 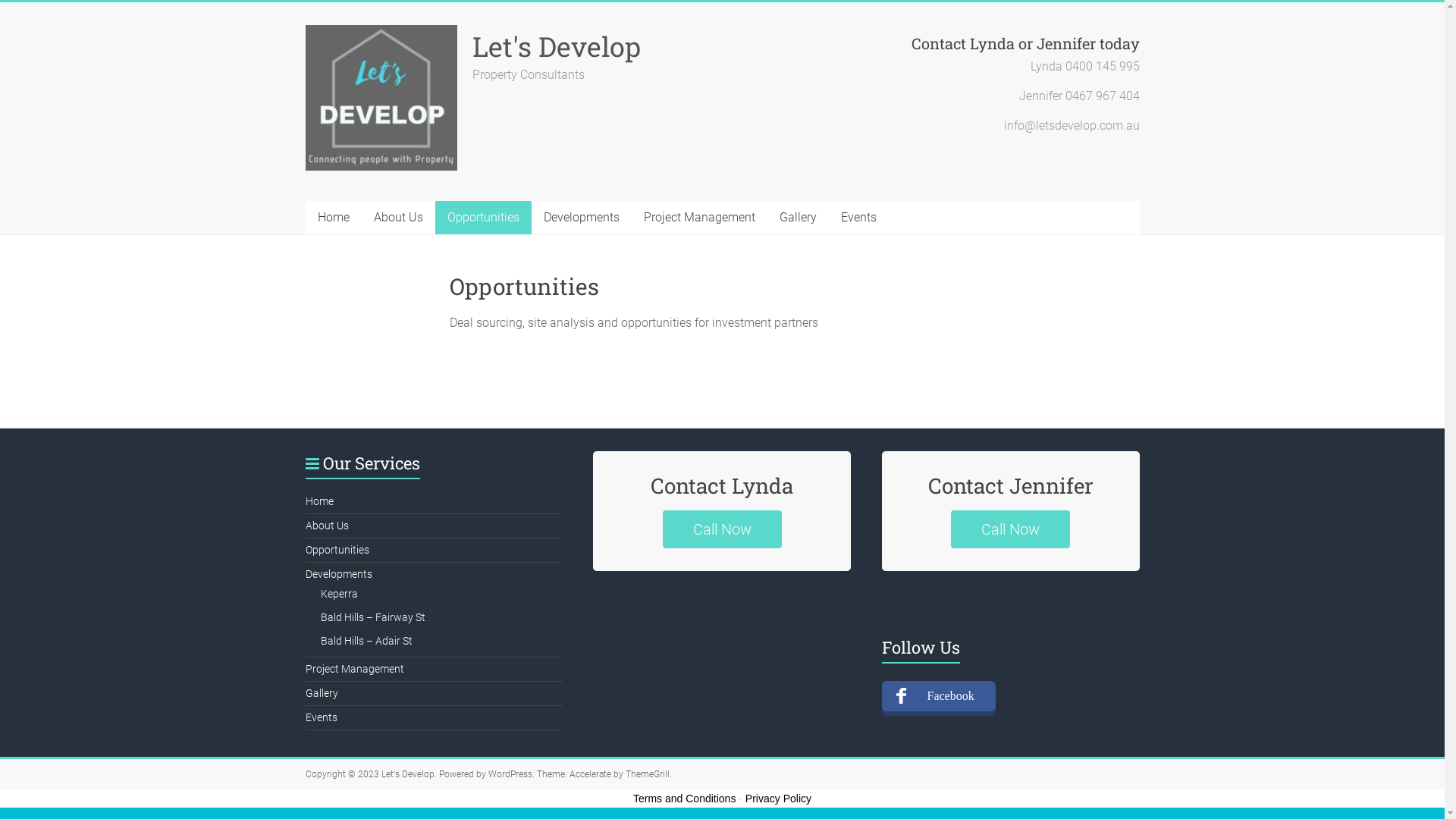 I want to click on 'Events', so click(x=304, y=717).